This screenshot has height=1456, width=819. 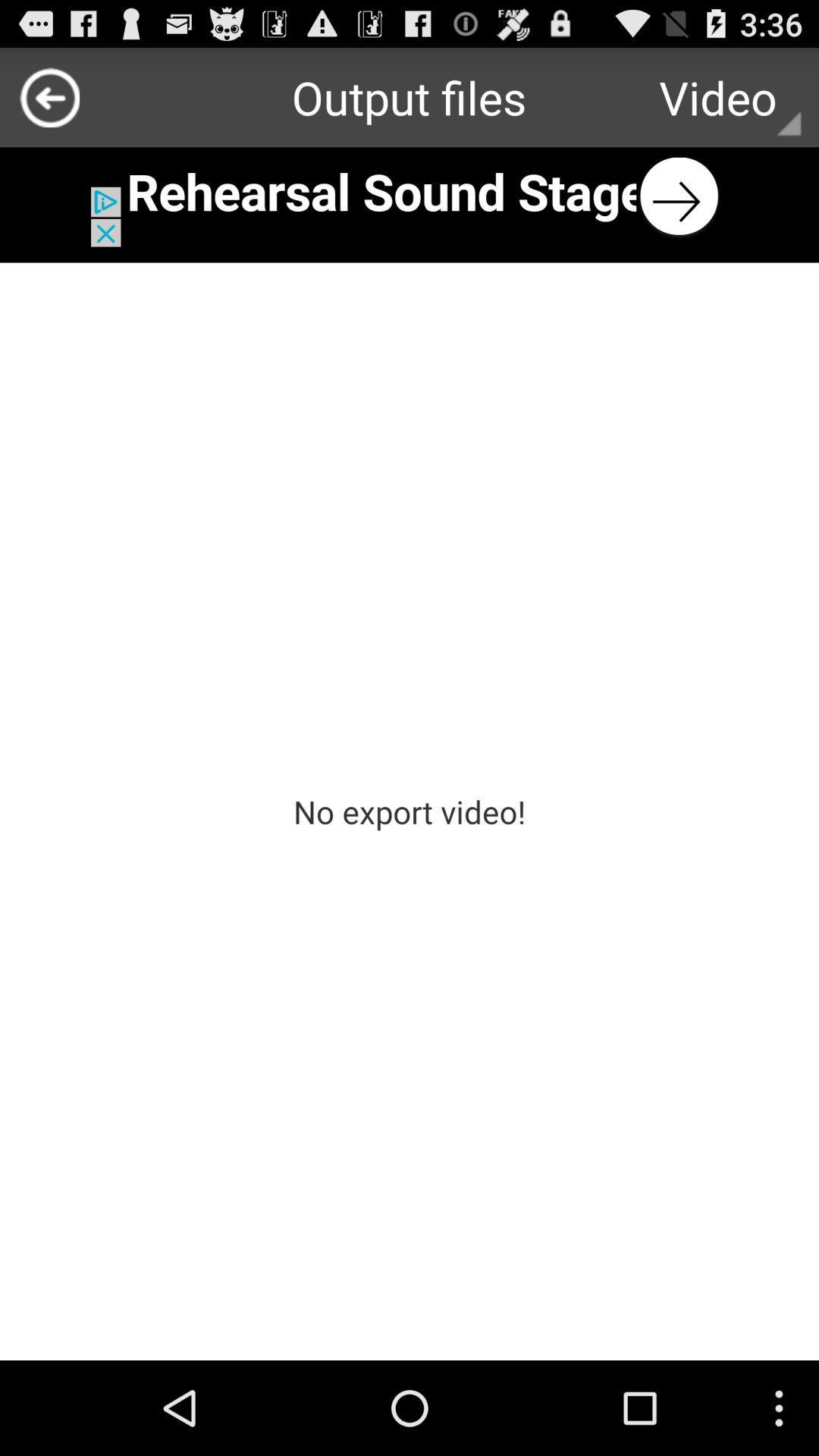 I want to click on the arrow_backward icon, so click(x=49, y=103).